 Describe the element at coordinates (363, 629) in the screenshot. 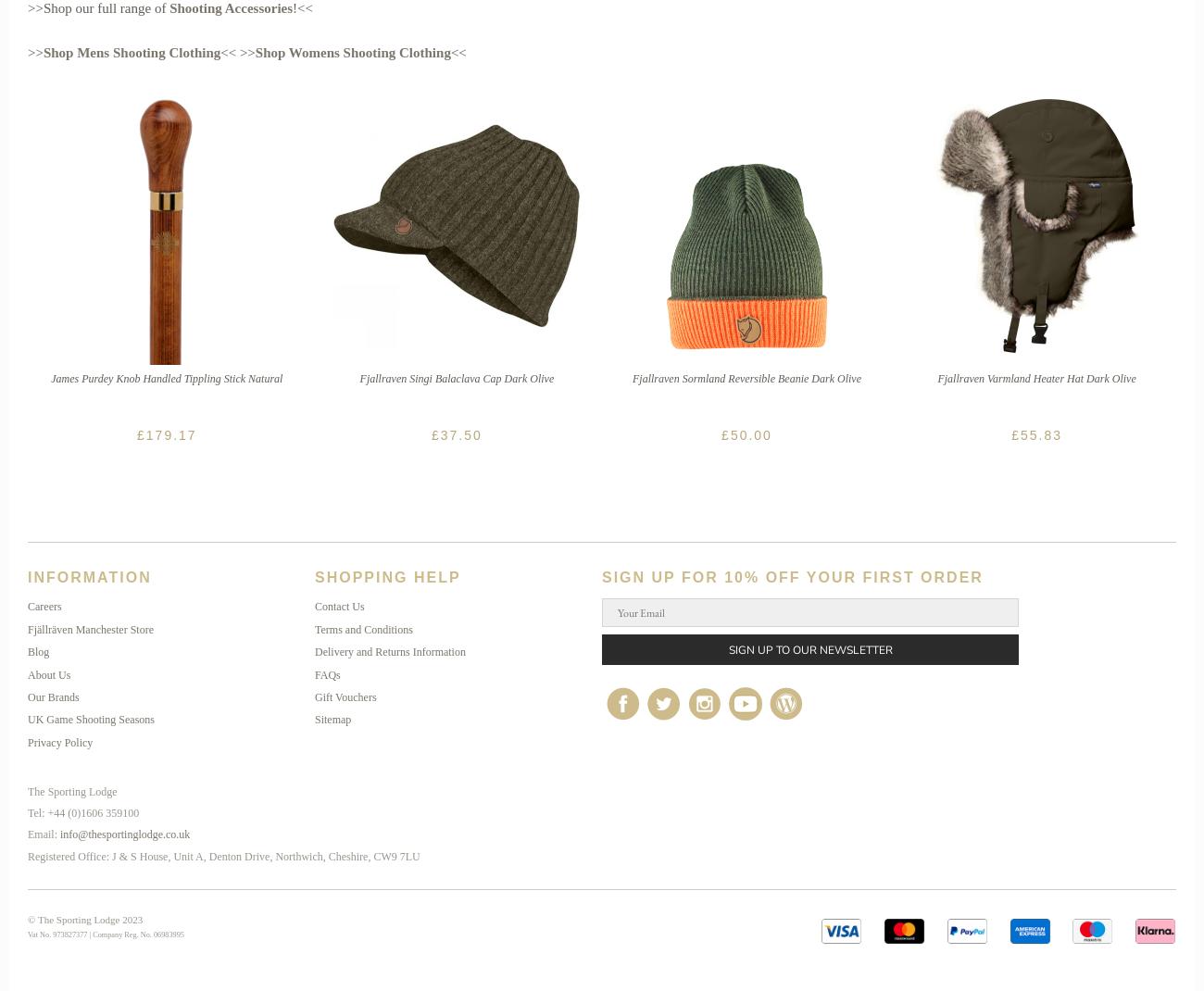

I see `'Terms and Conditions'` at that location.